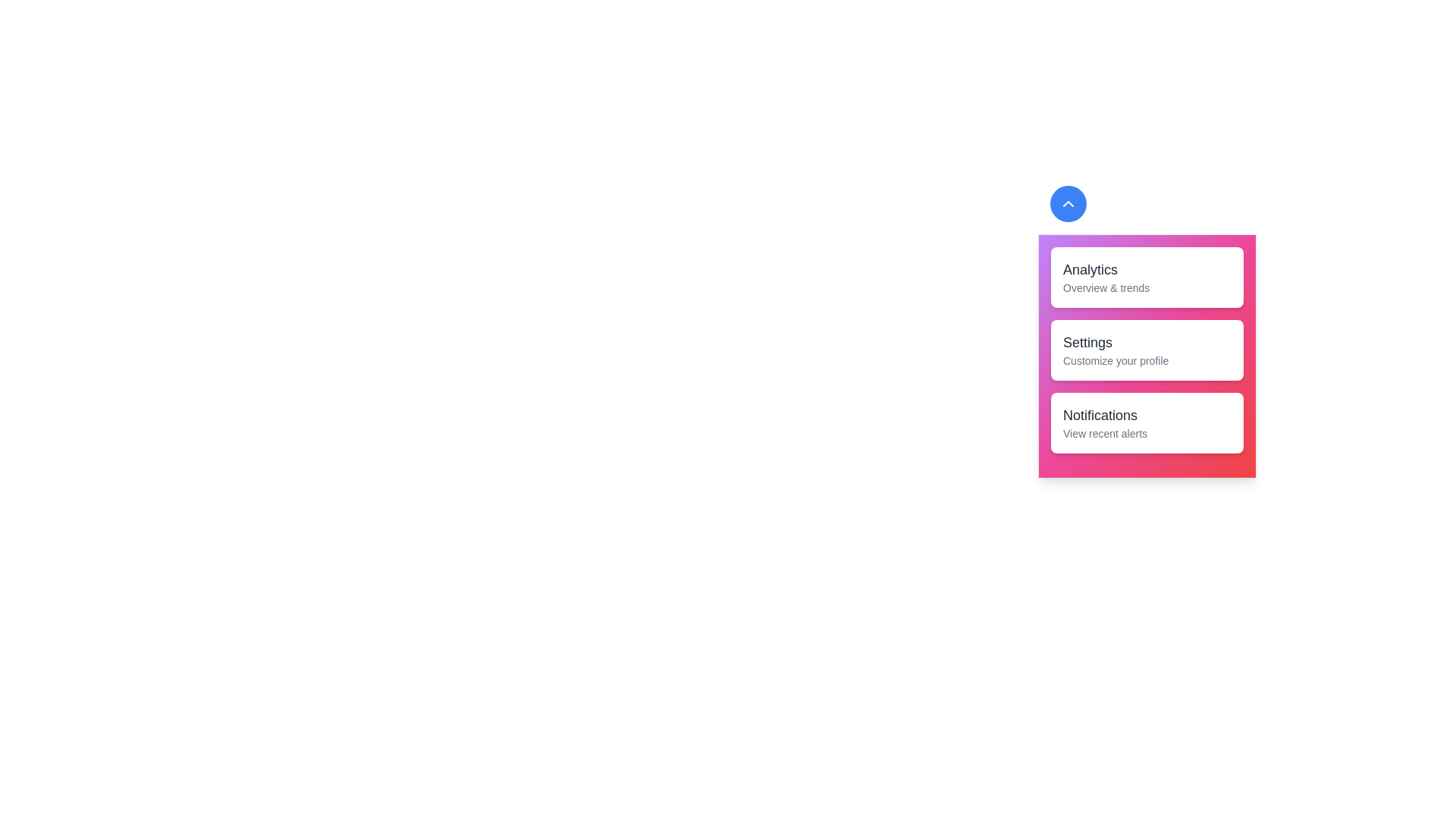 The width and height of the screenshot is (1456, 819). Describe the element at coordinates (1147, 278) in the screenshot. I see `the Analytics card in the drawer` at that location.